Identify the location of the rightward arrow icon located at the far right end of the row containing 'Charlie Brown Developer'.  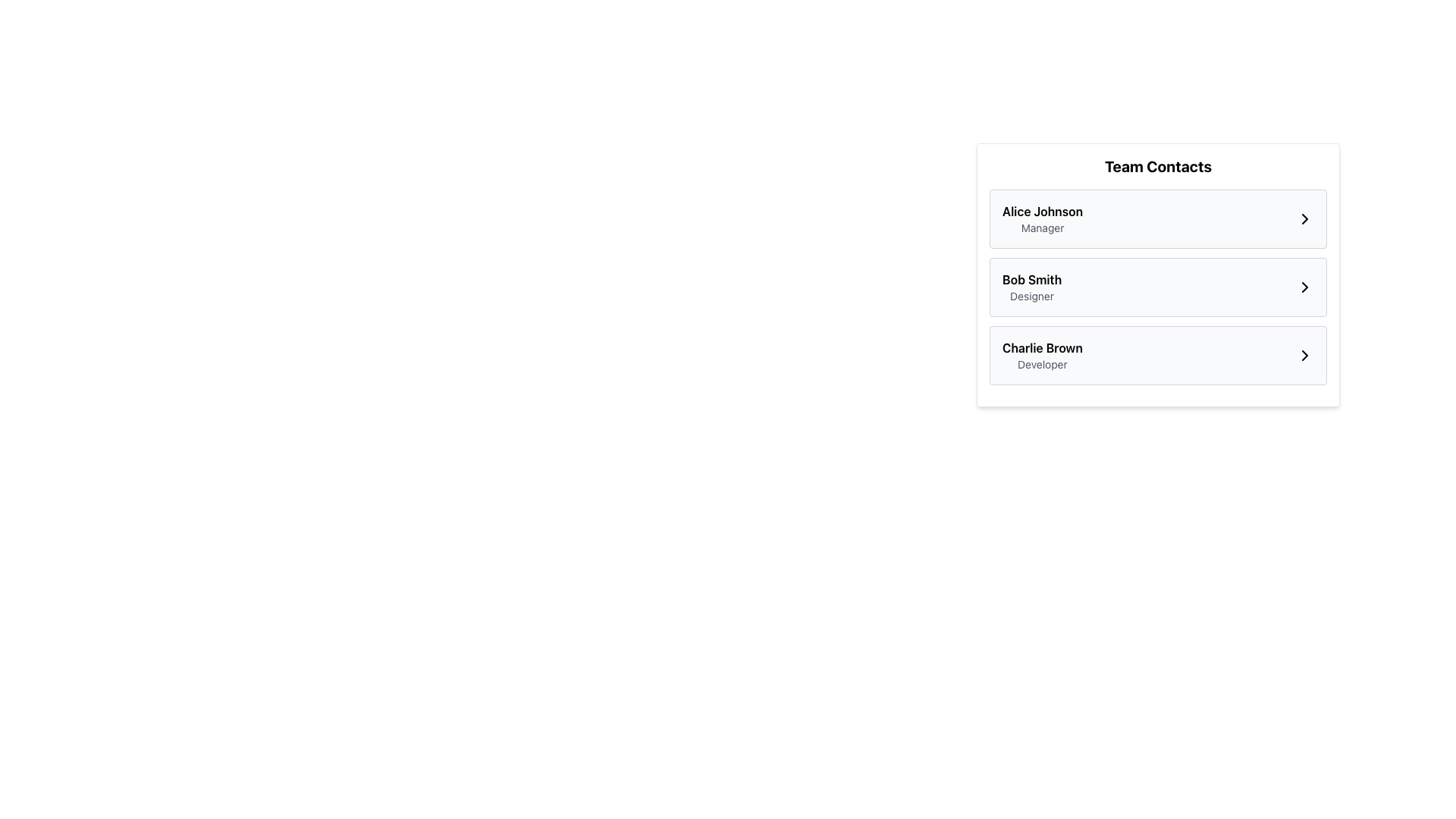
(1304, 356).